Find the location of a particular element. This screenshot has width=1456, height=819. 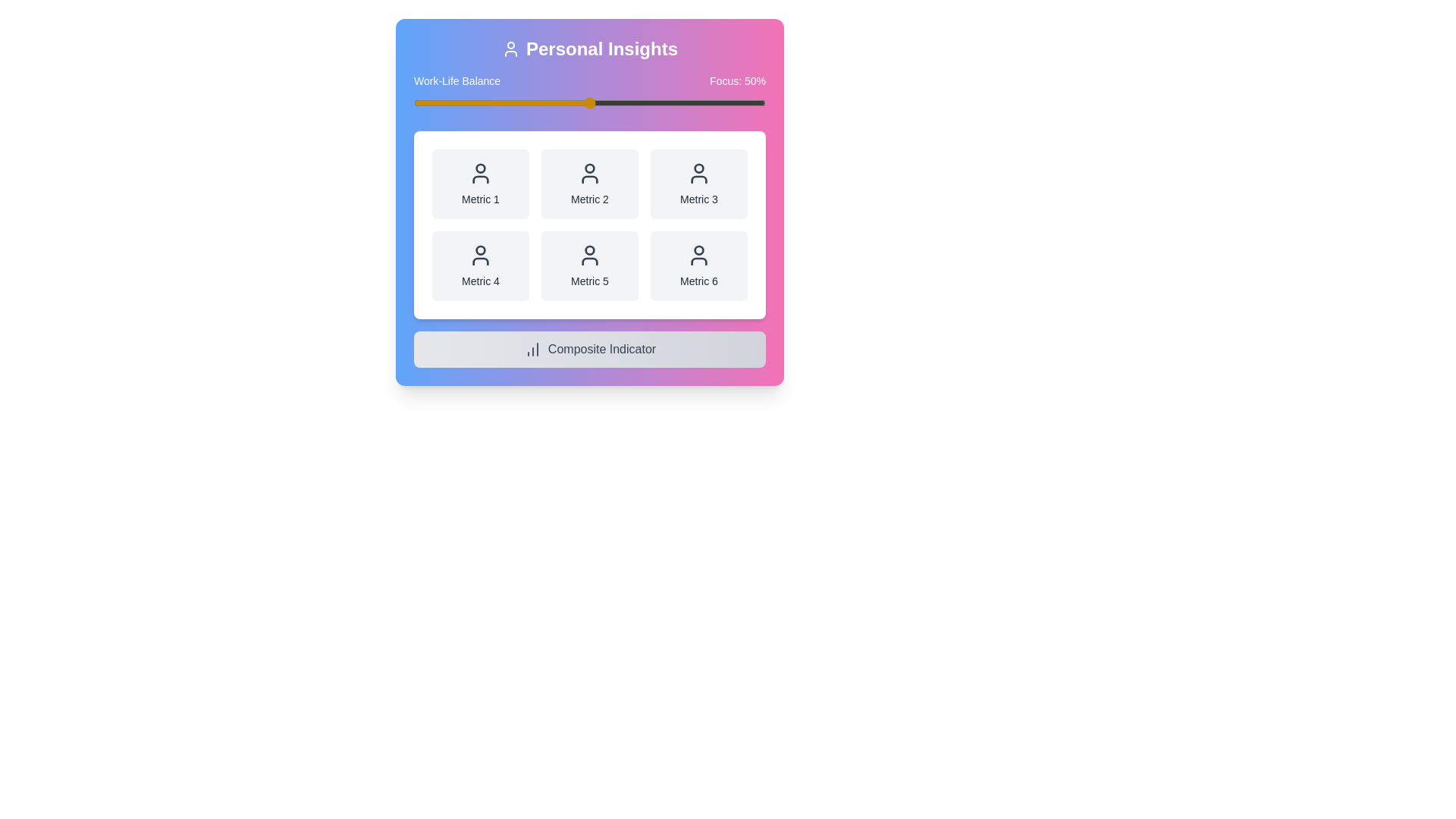

the metric card labeled Metric 3 is located at coordinates (698, 184).